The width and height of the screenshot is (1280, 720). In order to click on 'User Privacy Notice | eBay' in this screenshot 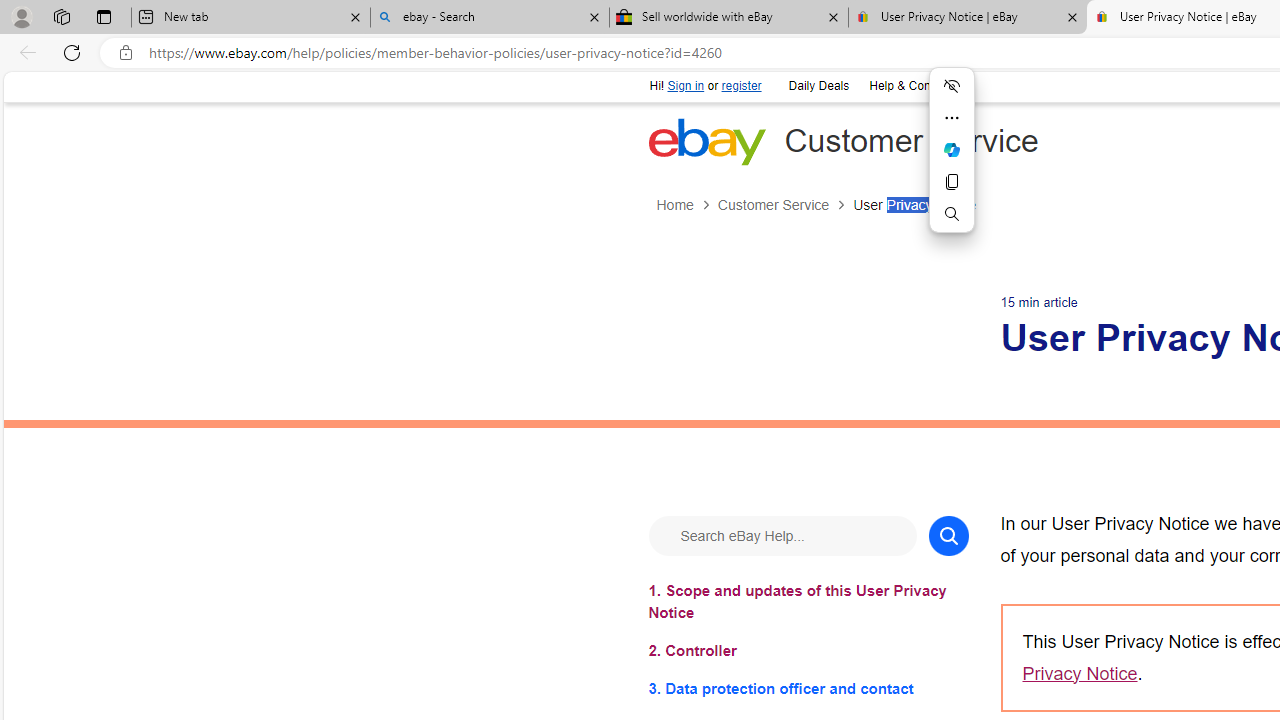, I will do `click(967, 17)`.